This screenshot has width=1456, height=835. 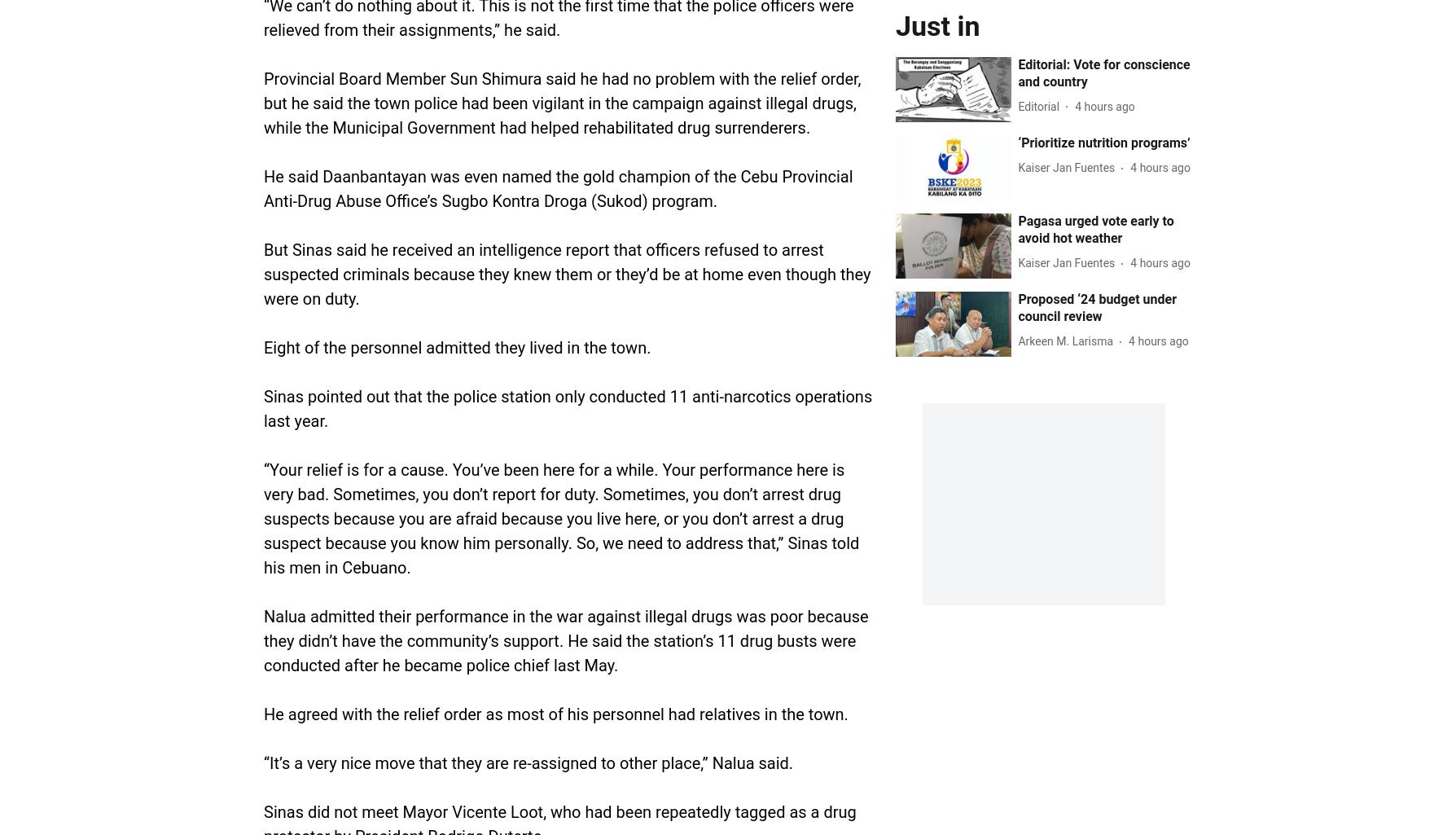 What do you see at coordinates (1103, 141) in the screenshot?
I see `'‘Prioritize nutrition programs’'` at bounding box center [1103, 141].